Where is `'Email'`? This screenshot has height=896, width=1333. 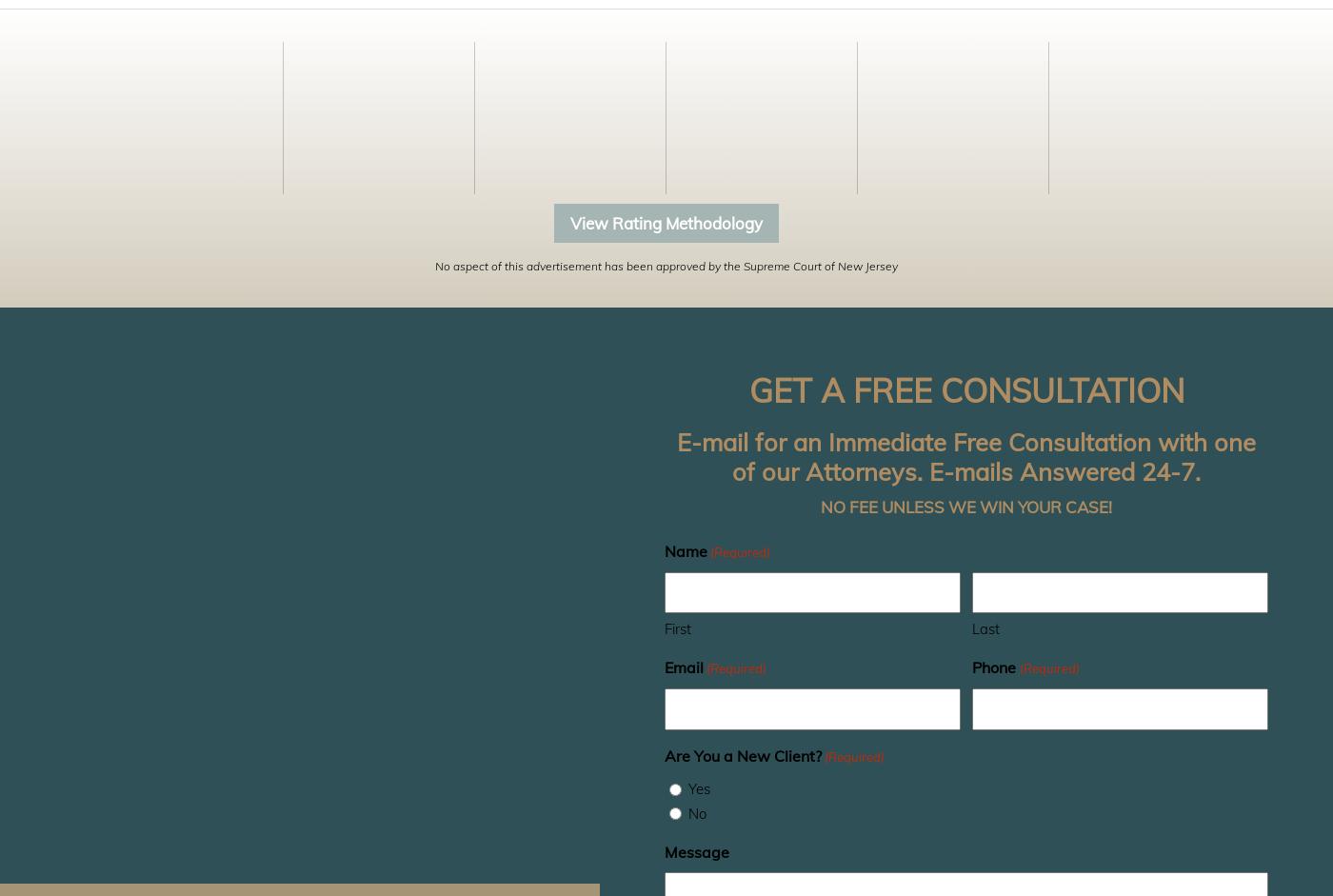
'Email' is located at coordinates (684, 667).